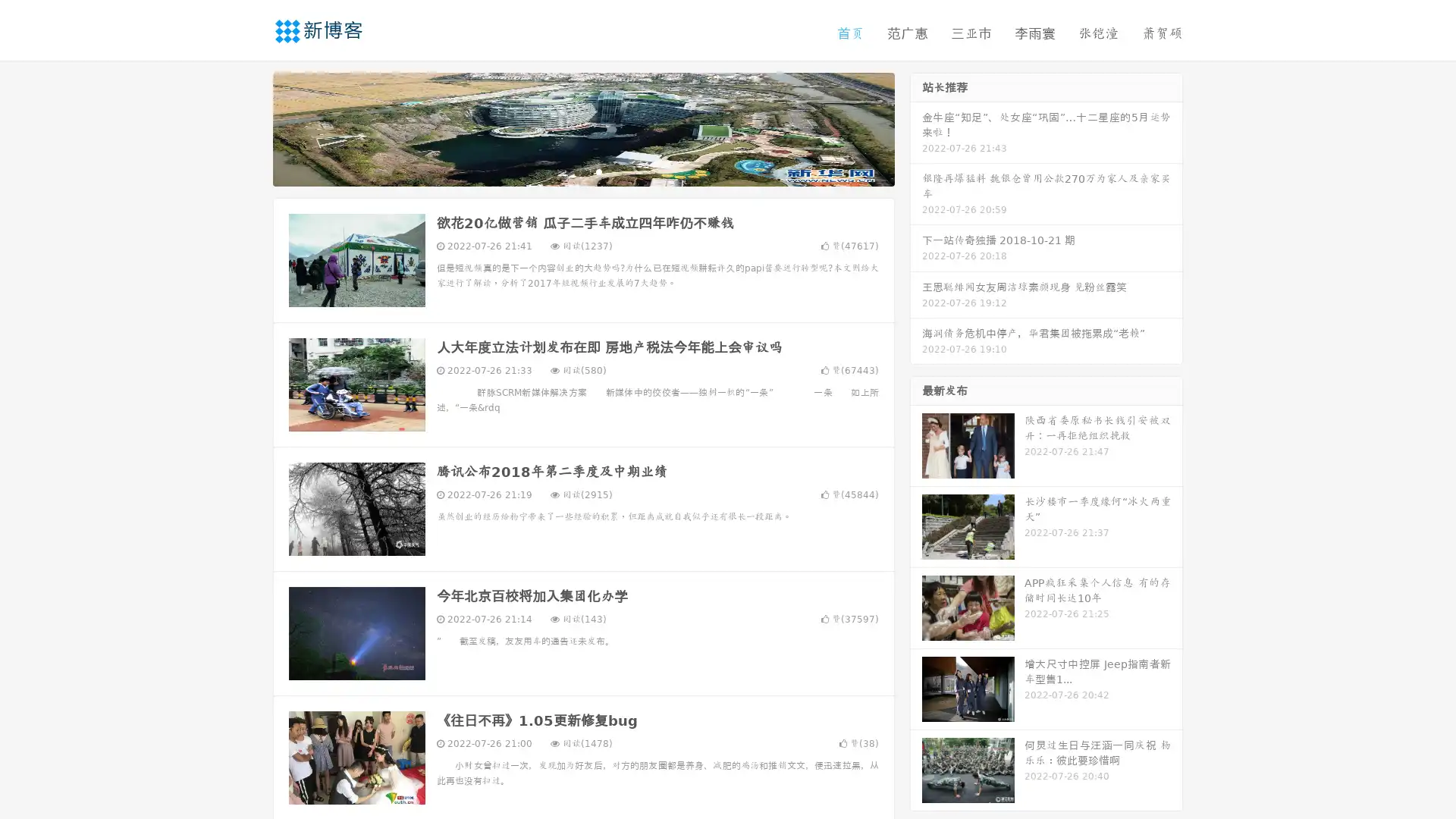 The image size is (1456, 819). I want to click on Go to slide 2, so click(582, 171).